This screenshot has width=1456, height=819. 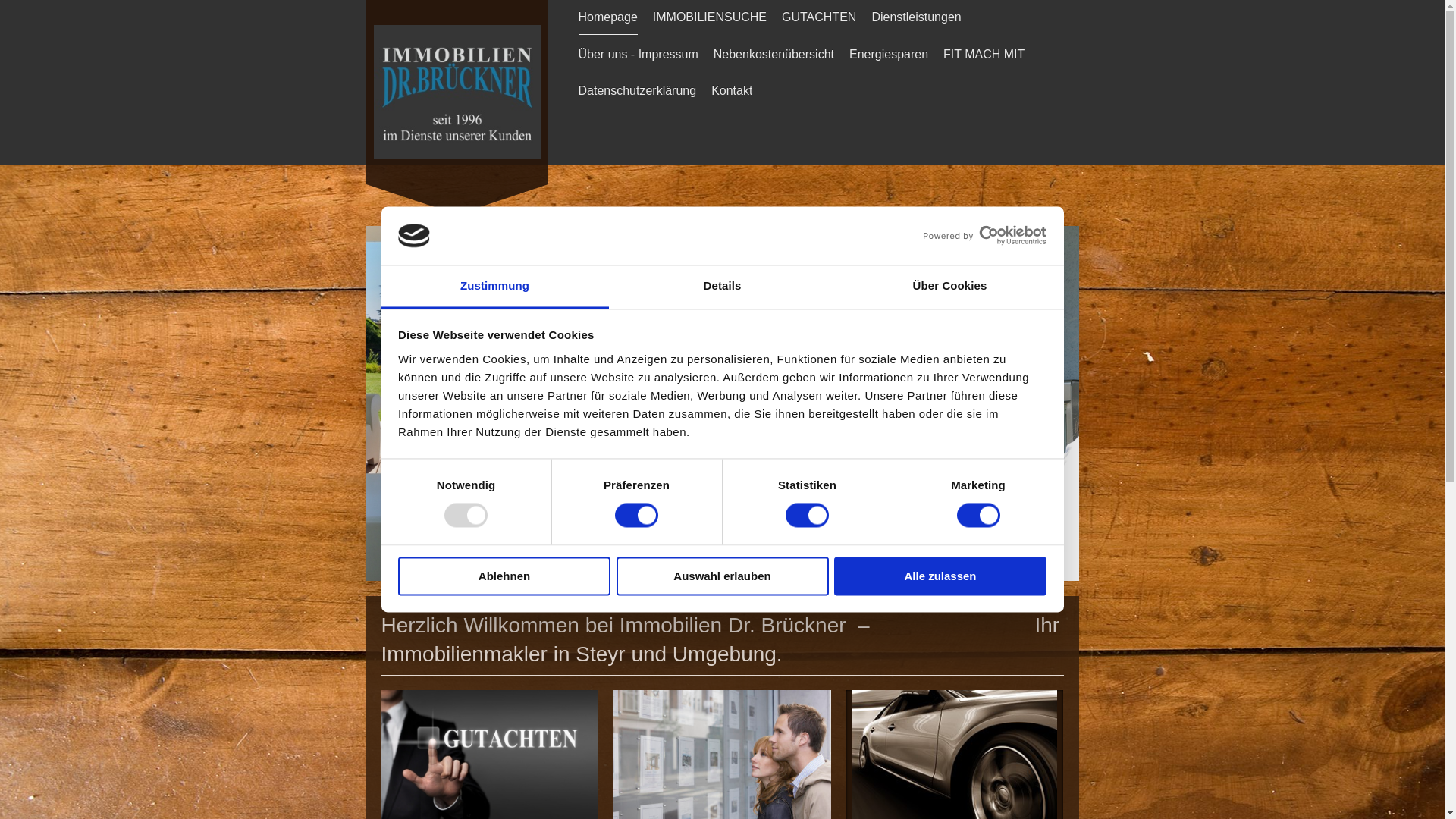 I want to click on 'Details', so click(x=720, y=287).